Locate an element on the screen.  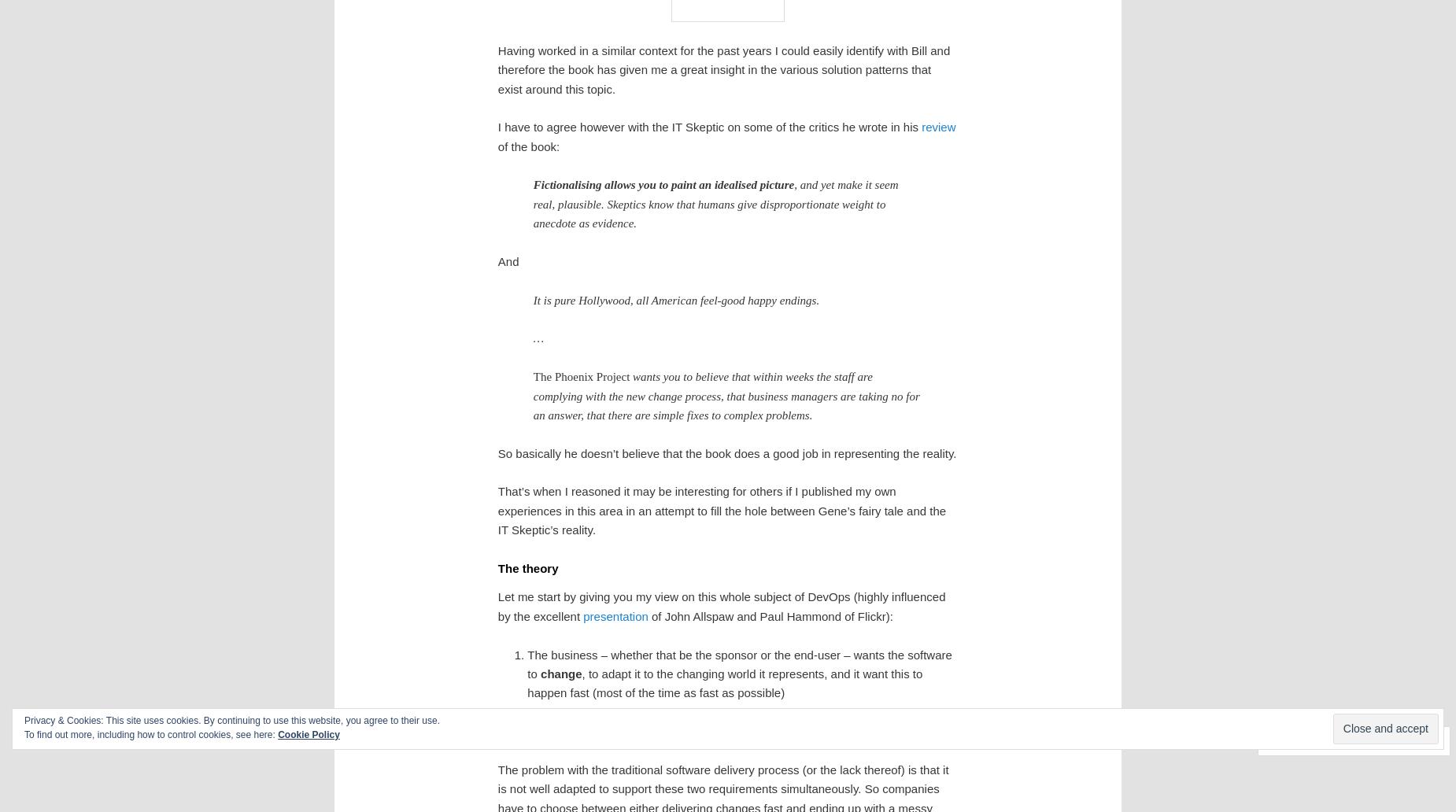
'Follow' is located at coordinates (1391, 739).